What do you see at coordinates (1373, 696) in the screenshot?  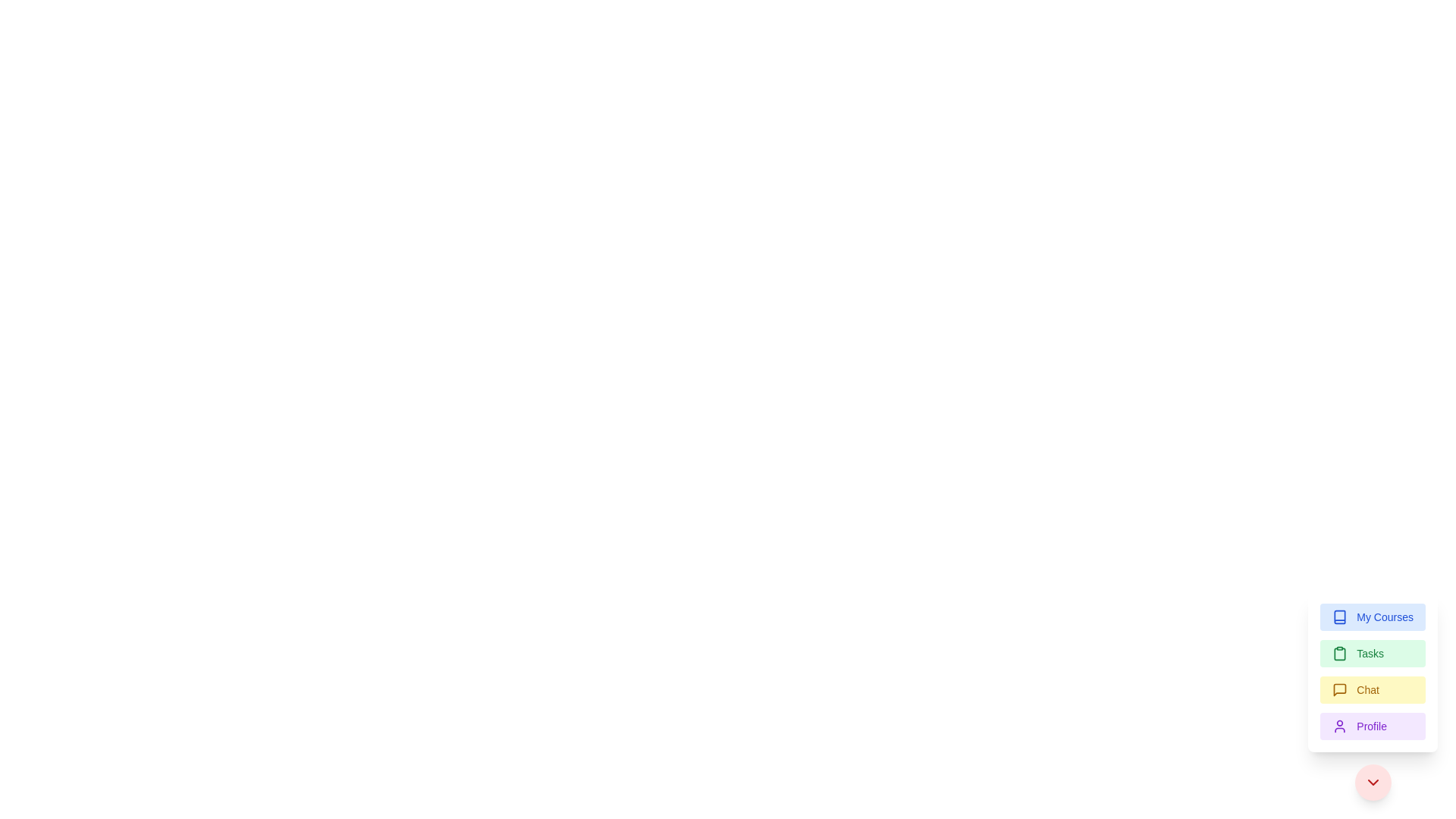 I see `the 'Chat' button, which has a yellow background and a speech bubble icon, located as the third button from the top in the vertically stacked menu in the bottom-right corner of the interface` at bounding box center [1373, 696].